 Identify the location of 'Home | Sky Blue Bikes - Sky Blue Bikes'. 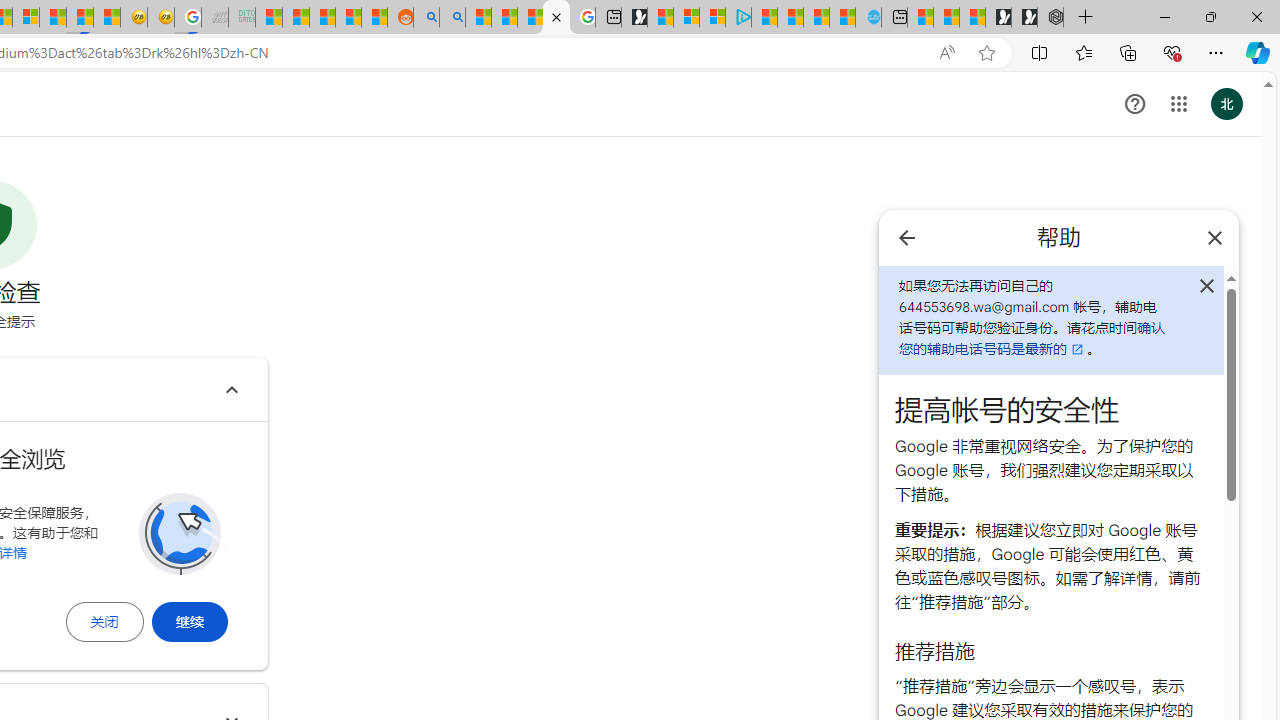
(868, 17).